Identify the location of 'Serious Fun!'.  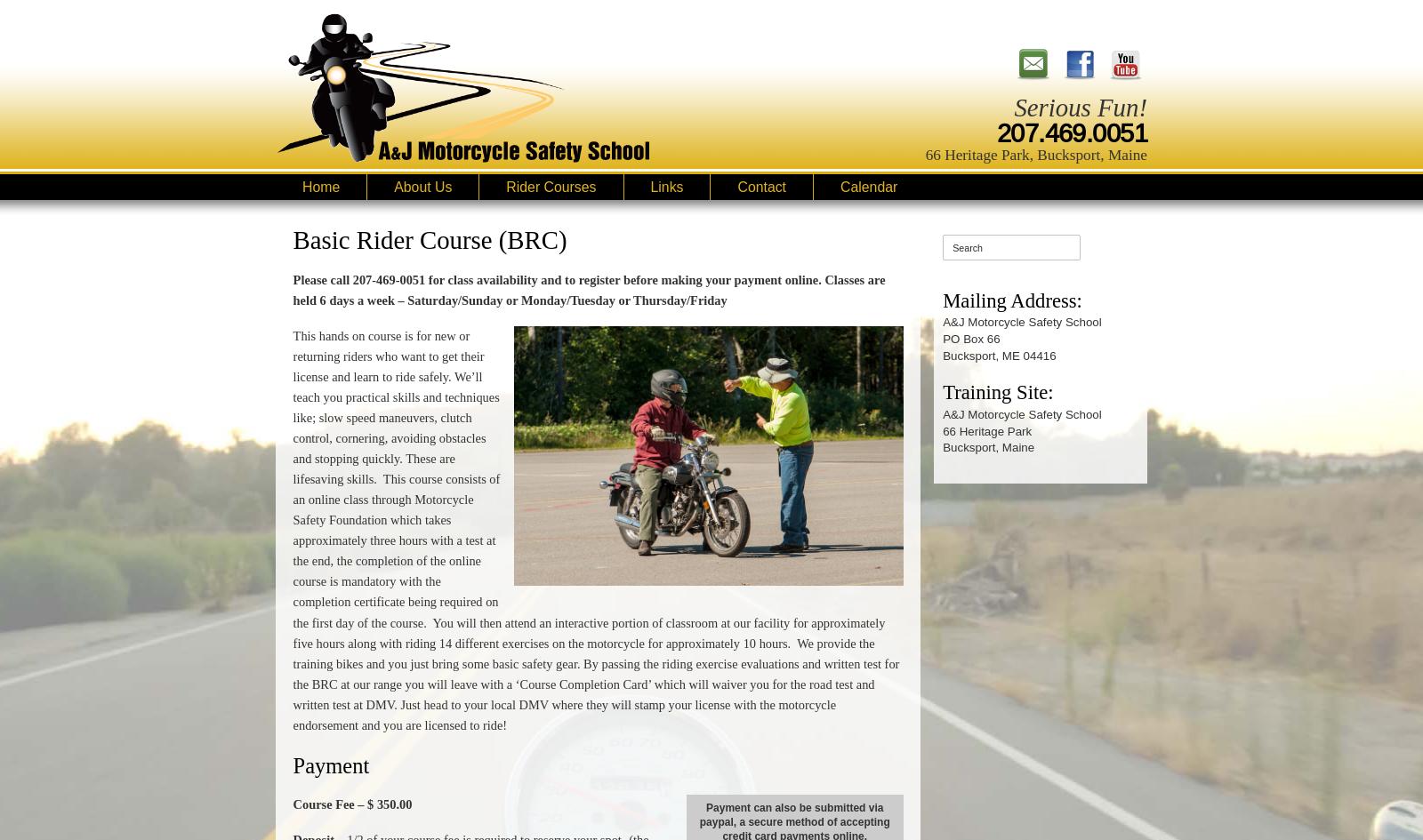
(1080, 106).